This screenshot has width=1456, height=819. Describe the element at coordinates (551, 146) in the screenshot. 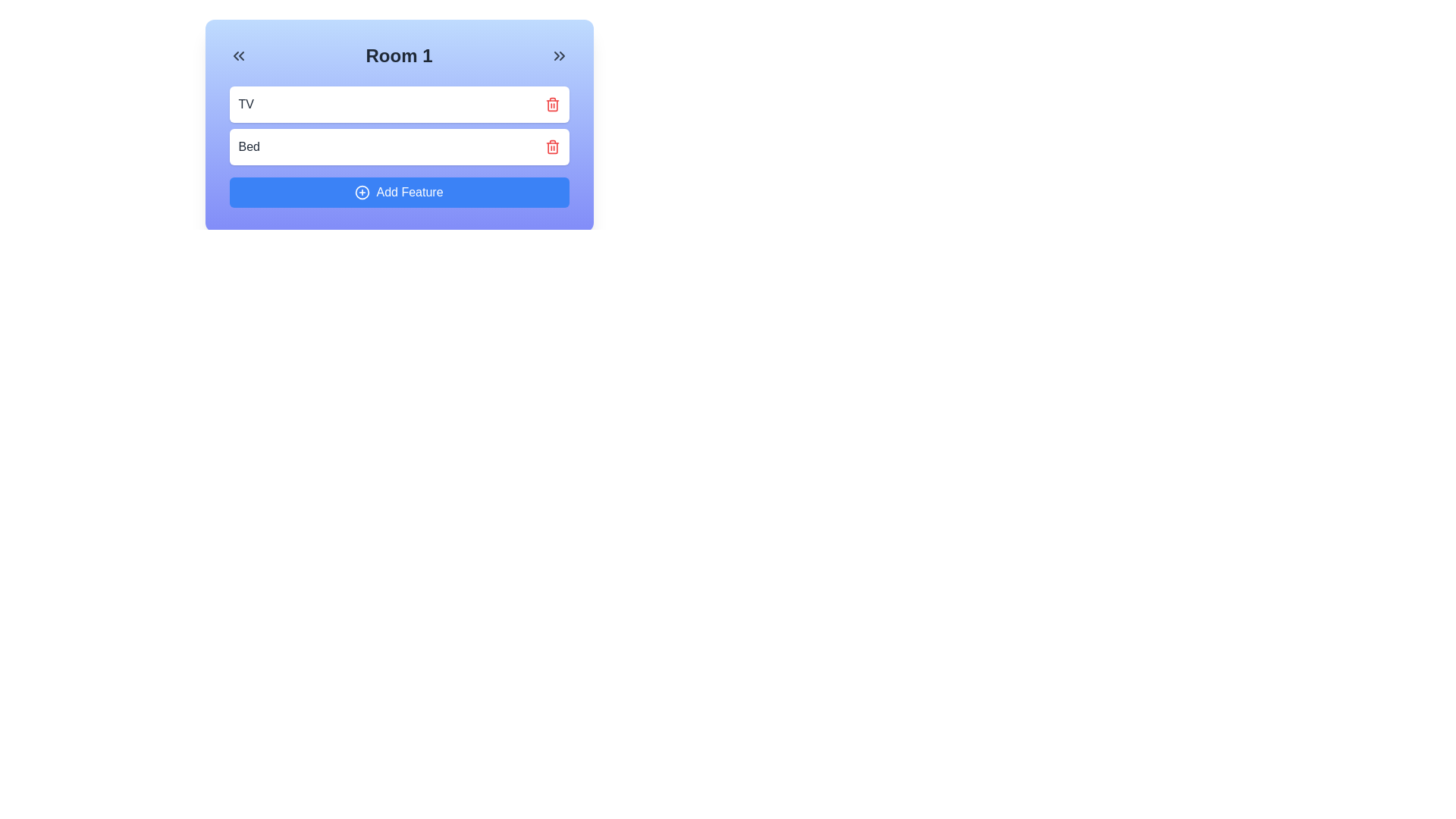

I see `the delete icon button located to the right of the text 'Bed'` at that location.